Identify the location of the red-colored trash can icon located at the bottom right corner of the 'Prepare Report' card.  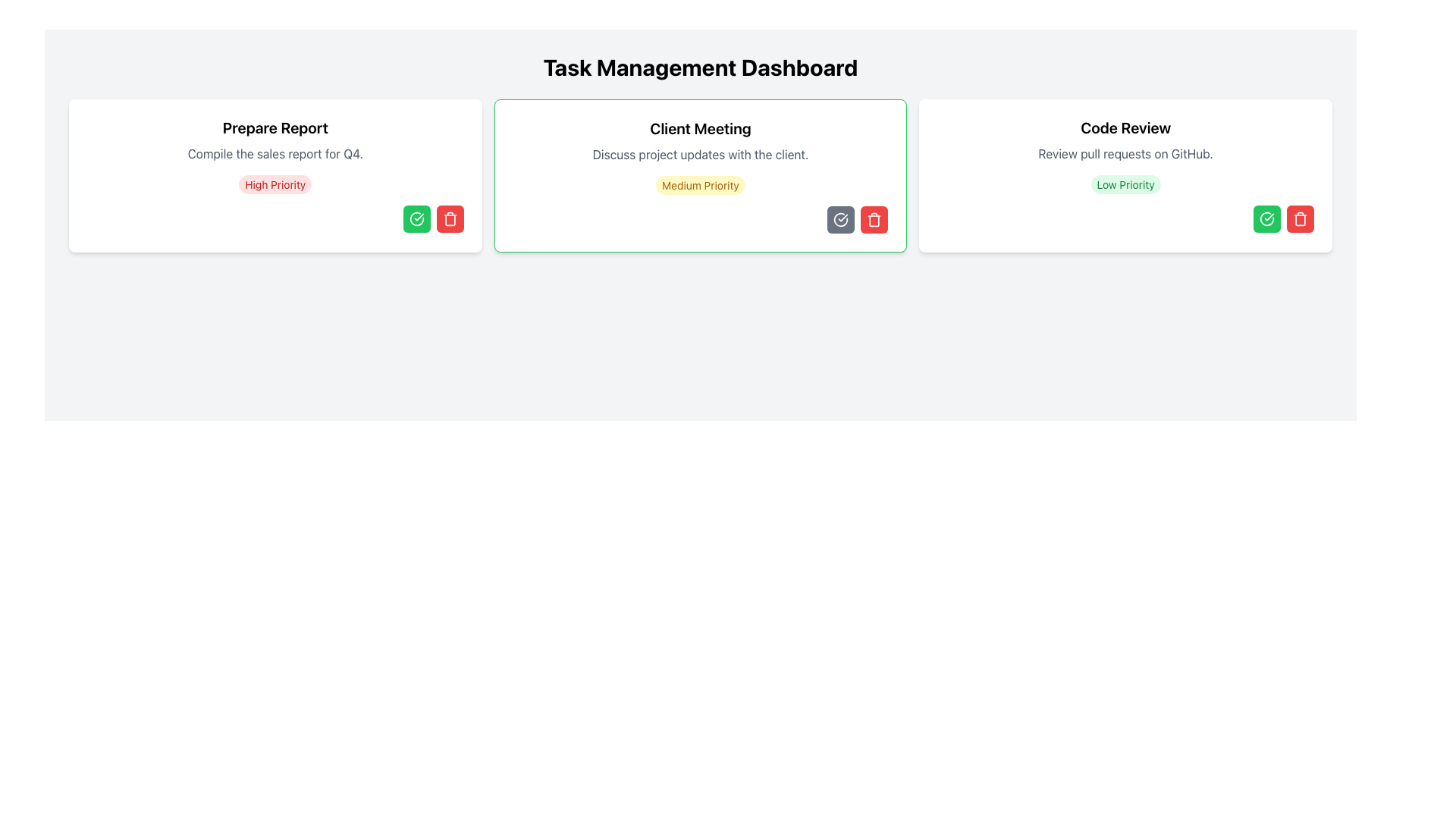
(449, 219).